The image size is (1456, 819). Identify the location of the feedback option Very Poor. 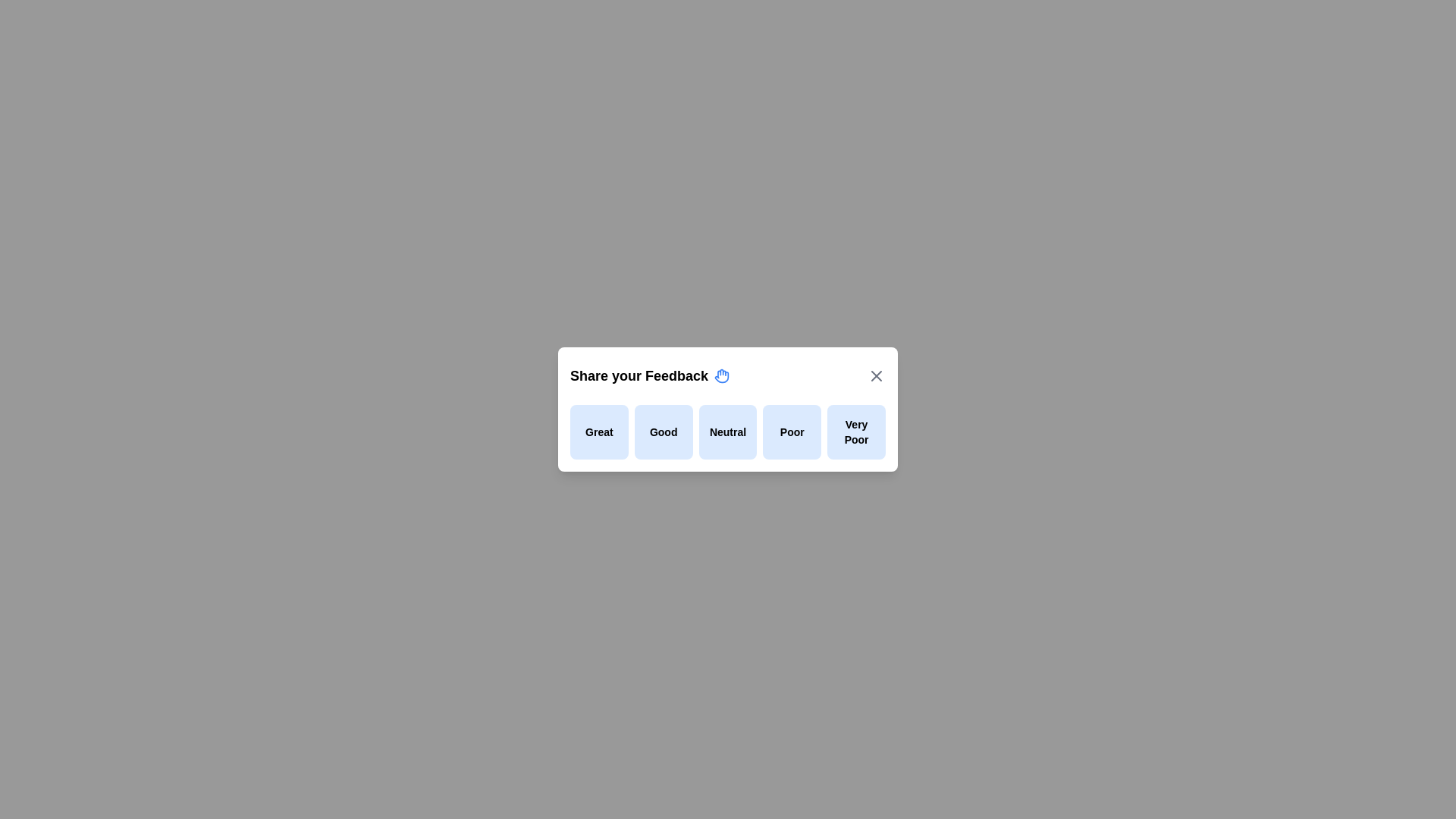
(856, 432).